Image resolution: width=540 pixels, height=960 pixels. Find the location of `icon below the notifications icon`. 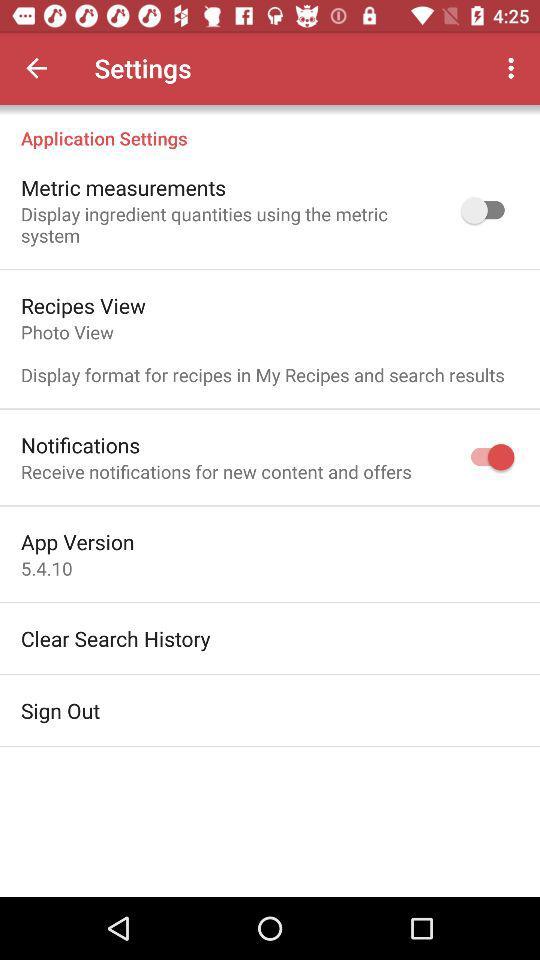

icon below the notifications icon is located at coordinates (215, 471).